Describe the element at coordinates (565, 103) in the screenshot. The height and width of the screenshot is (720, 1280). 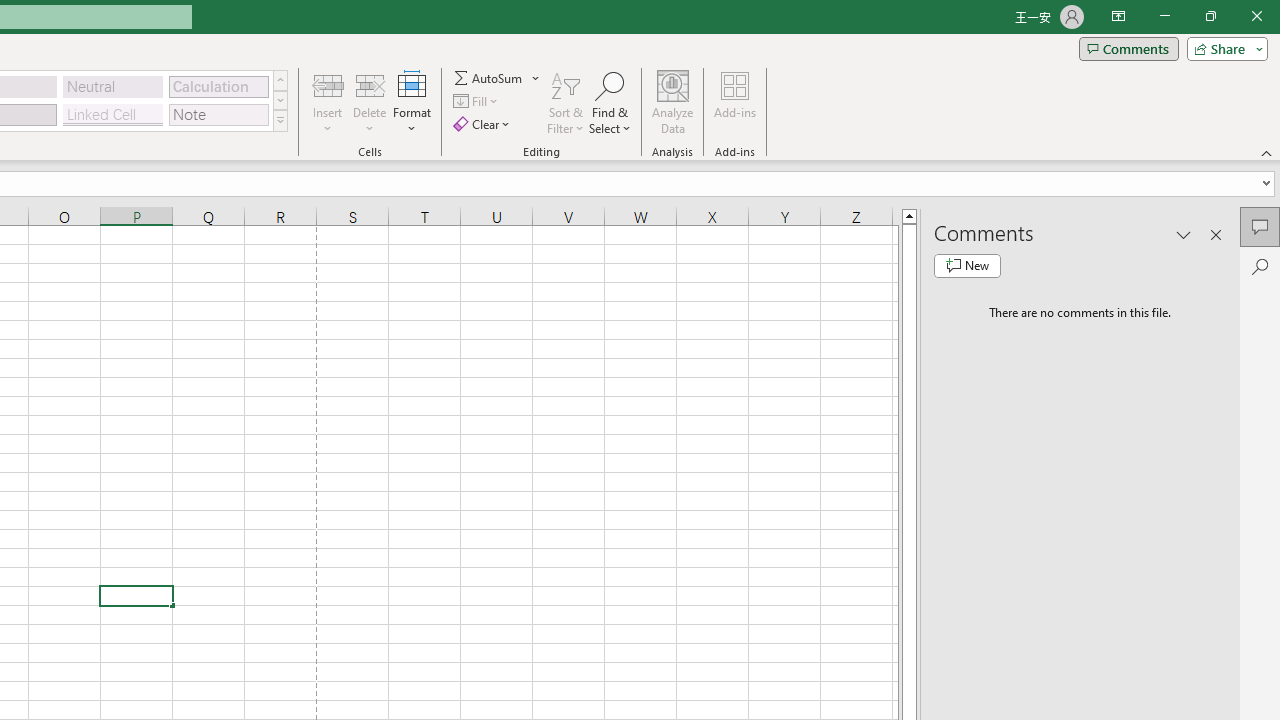
I see `'Sort & Filter'` at that location.